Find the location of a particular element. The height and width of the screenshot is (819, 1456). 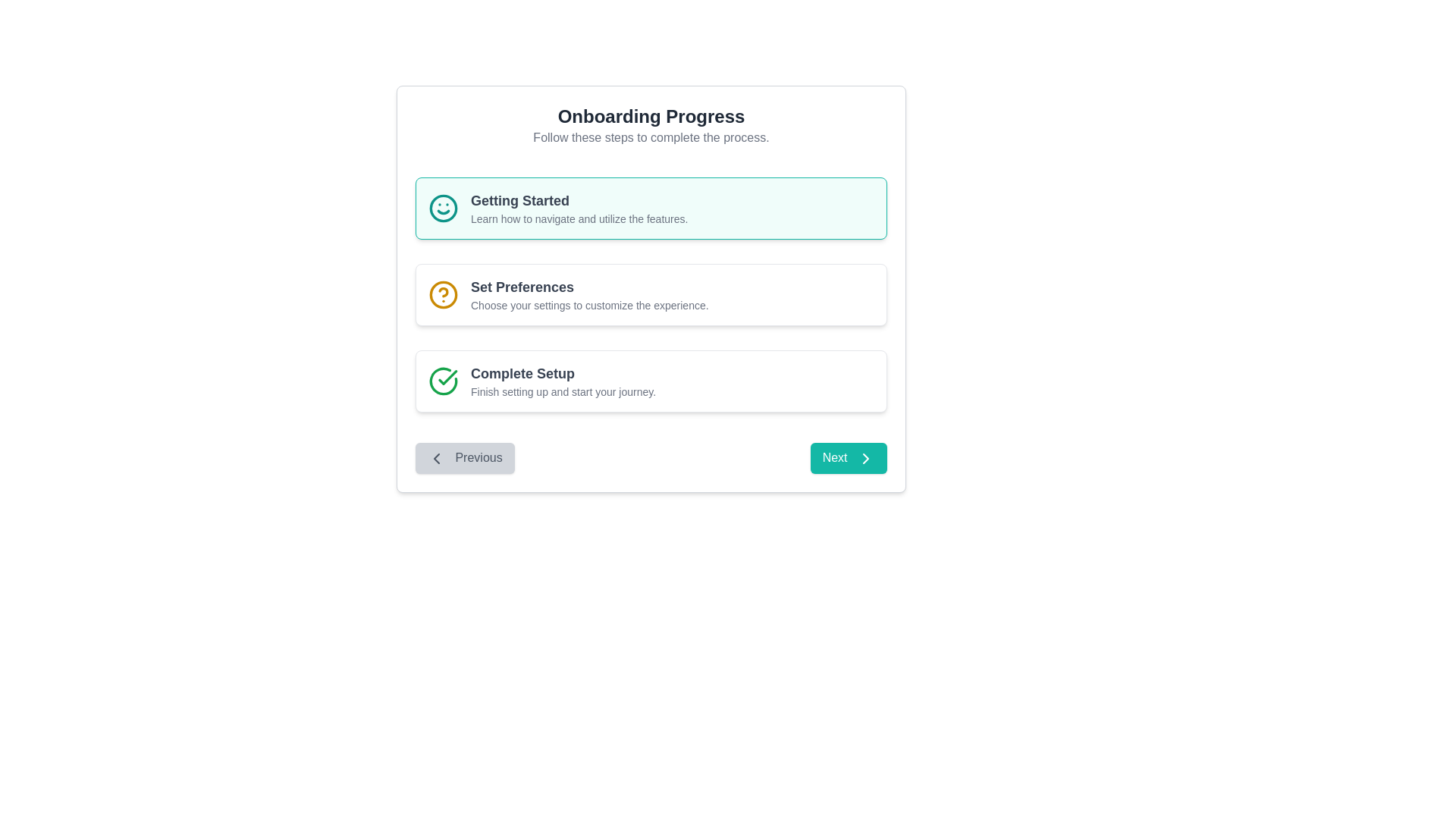

the instructional static text that states 'Follow these steps to complete the process.' which is styled in gray and positioned below the 'Onboarding Progress' heading is located at coordinates (651, 137).